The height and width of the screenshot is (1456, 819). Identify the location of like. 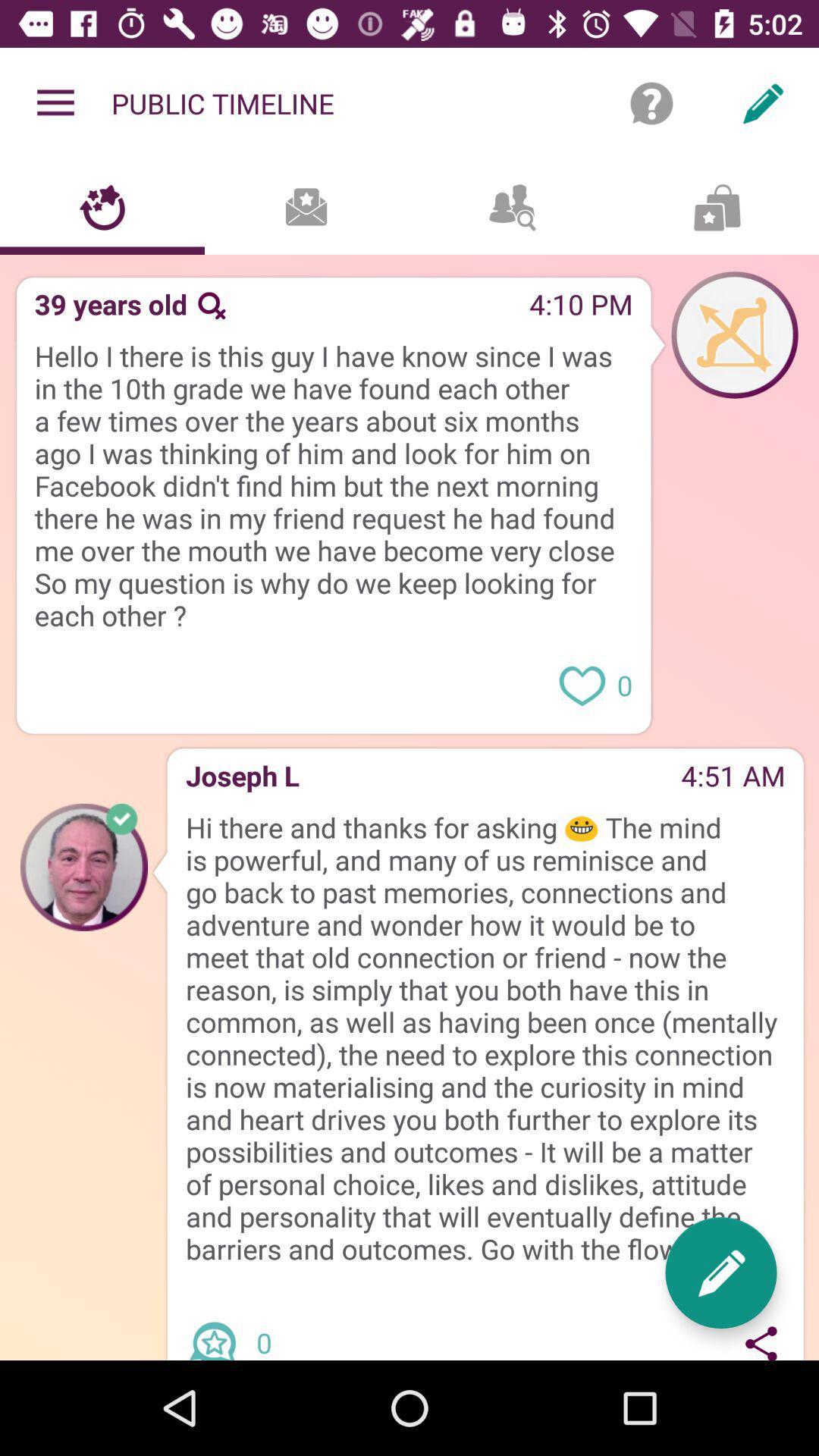
(581, 683).